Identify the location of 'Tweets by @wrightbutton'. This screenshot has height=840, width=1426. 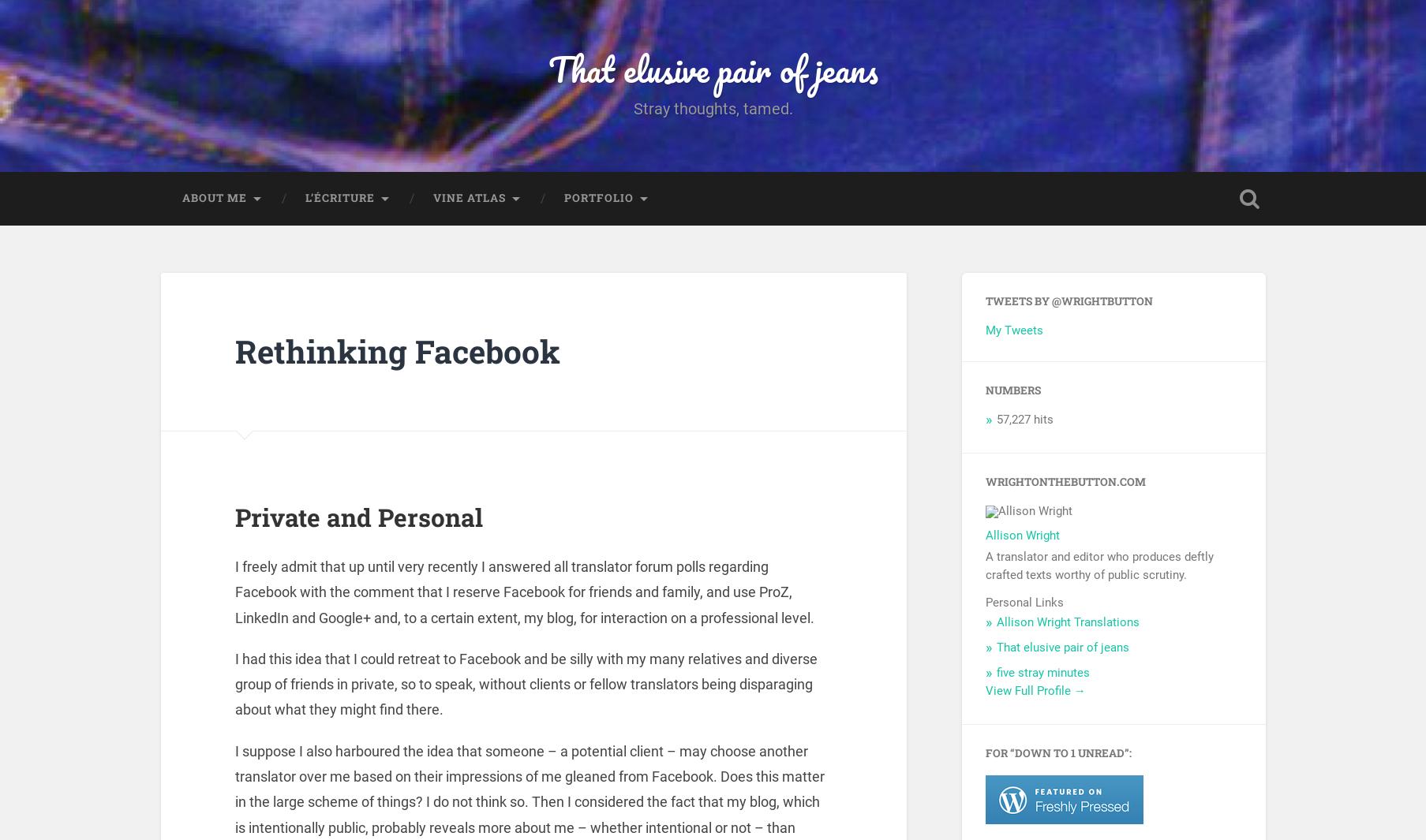
(1067, 303).